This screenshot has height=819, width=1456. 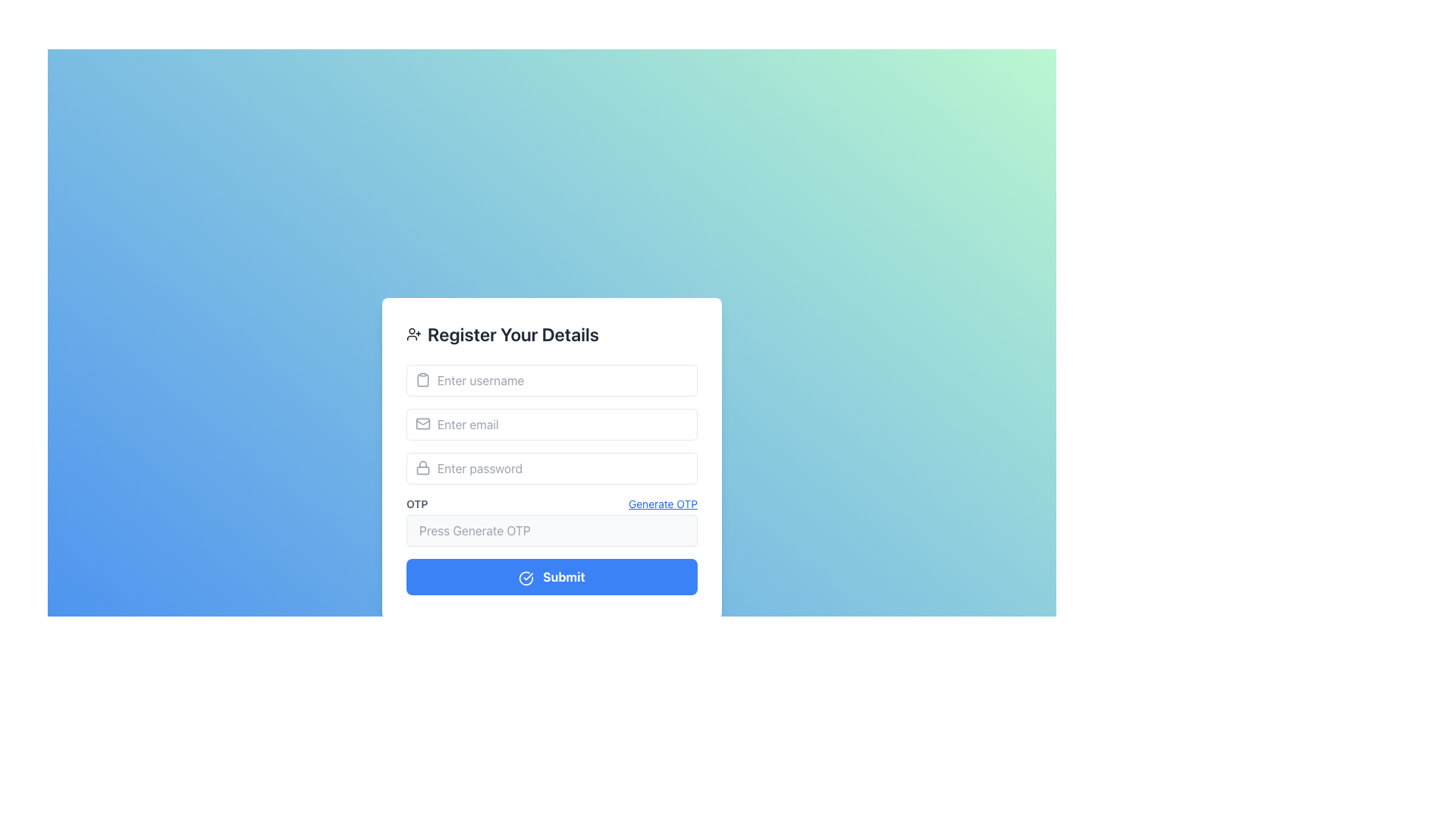 What do you see at coordinates (422, 424) in the screenshot?
I see `the envelope-shaped icon indicating email, which is located on the left side of the email input field` at bounding box center [422, 424].